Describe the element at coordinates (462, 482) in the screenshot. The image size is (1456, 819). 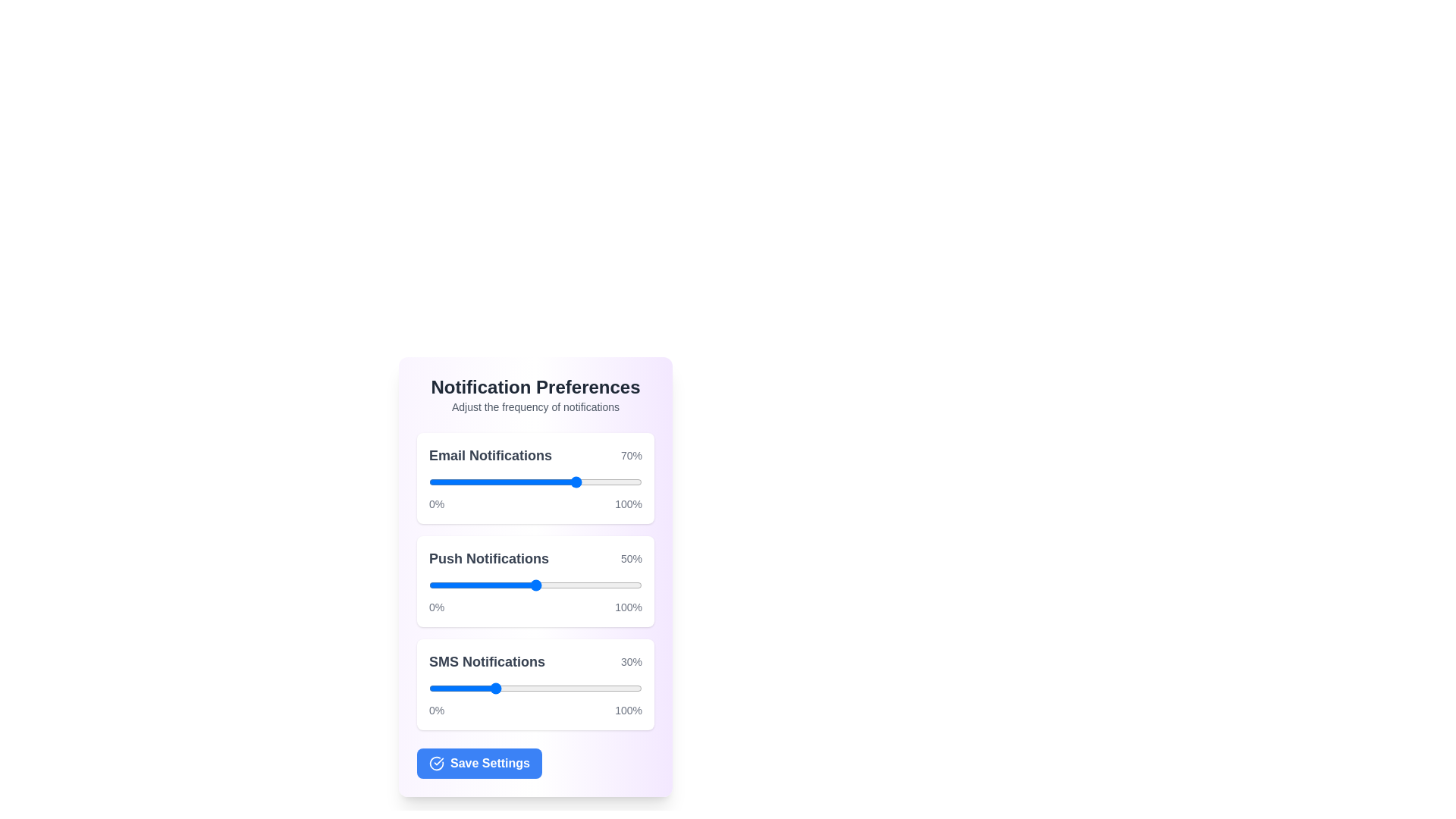
I see `the Email Notification slider` at that location.